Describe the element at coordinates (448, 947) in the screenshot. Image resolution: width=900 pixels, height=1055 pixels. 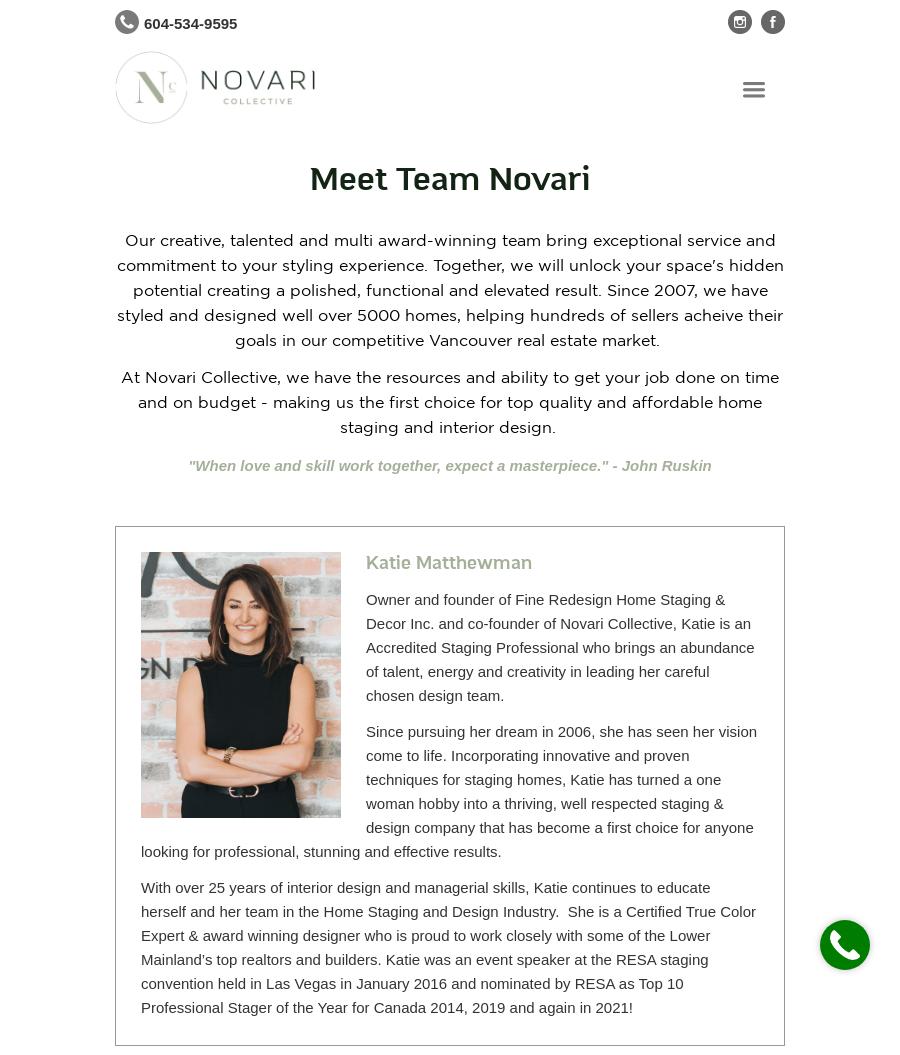
I see `'With over 25 years of interior design and managerial skills, Katie continues to educate herself and her team in the Home Staging and Design Industry.  She is a Certified True Color Expert & award winning designer who is proud to work closely with some of the Lower Mainland’s top realtors and builders. Katie was an event speaker at the RESA staging convention held in Las Vegas in January 2016 and nominated by RESA as Top 10 Professional Stager of the Year for Canada 2014, 2019 and again in 2021!'` at that location.